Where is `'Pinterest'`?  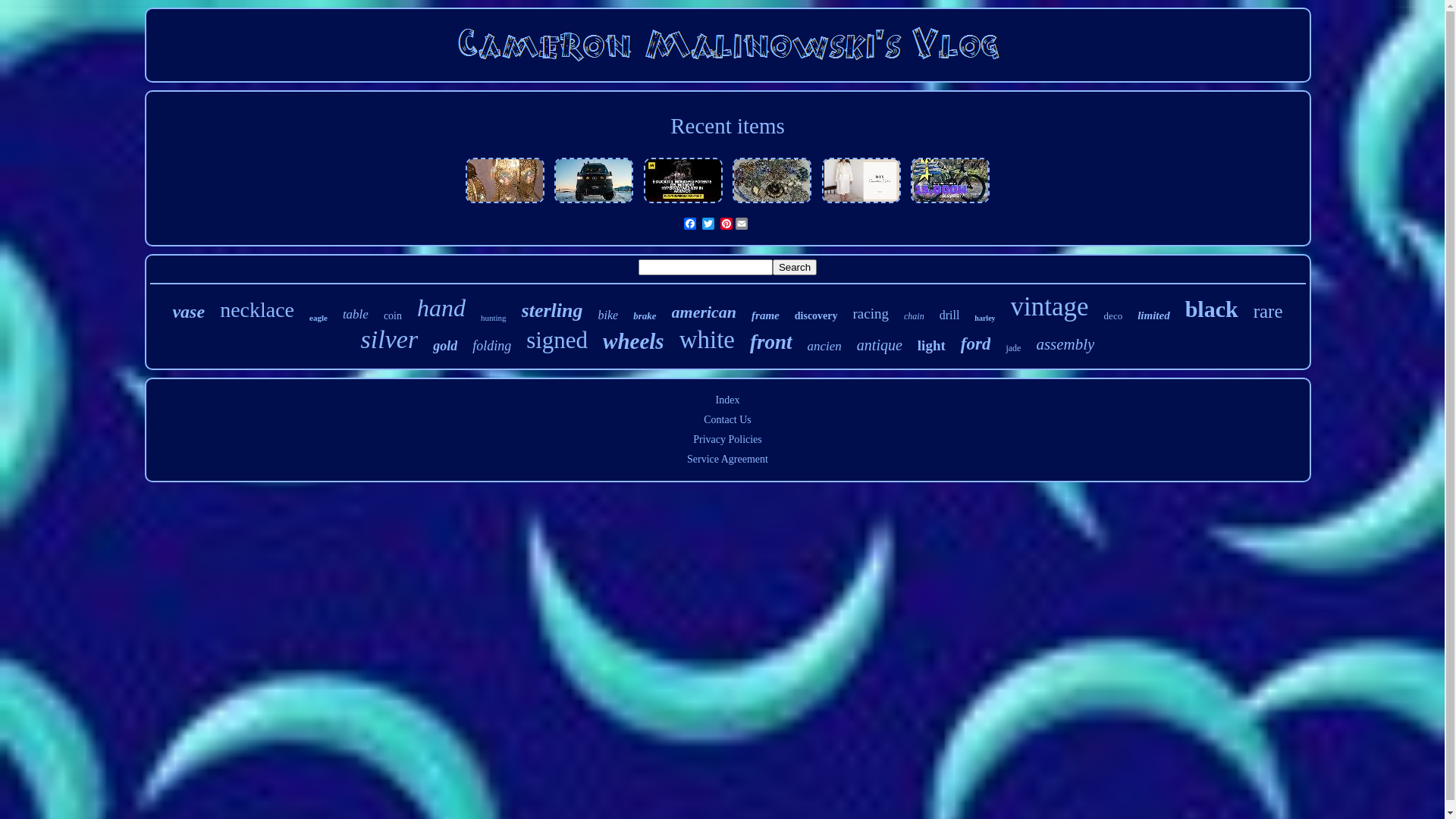 'Pinterest' is located at coordinates (726, 223).